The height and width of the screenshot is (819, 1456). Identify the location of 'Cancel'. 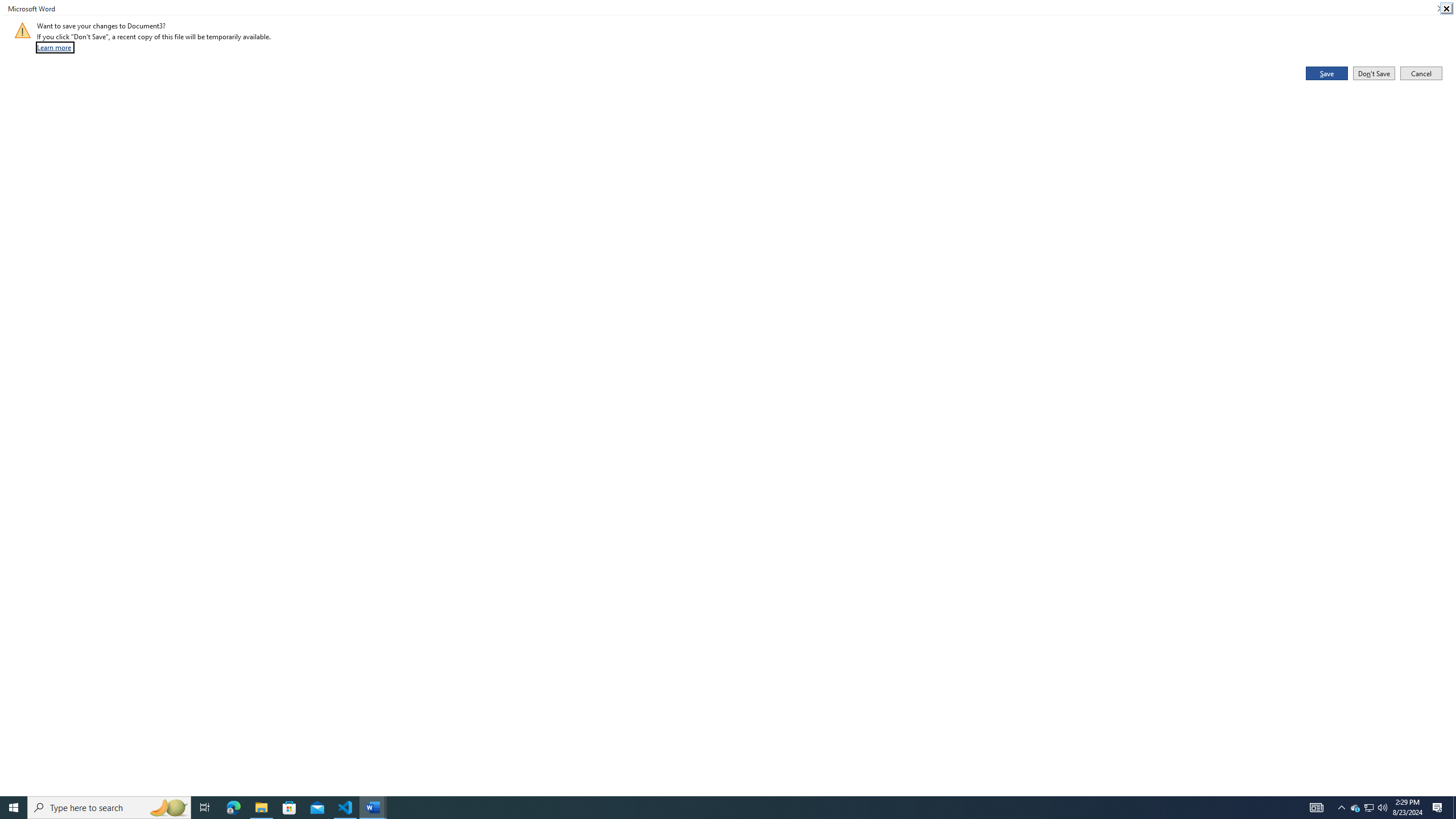
(1421, 72).